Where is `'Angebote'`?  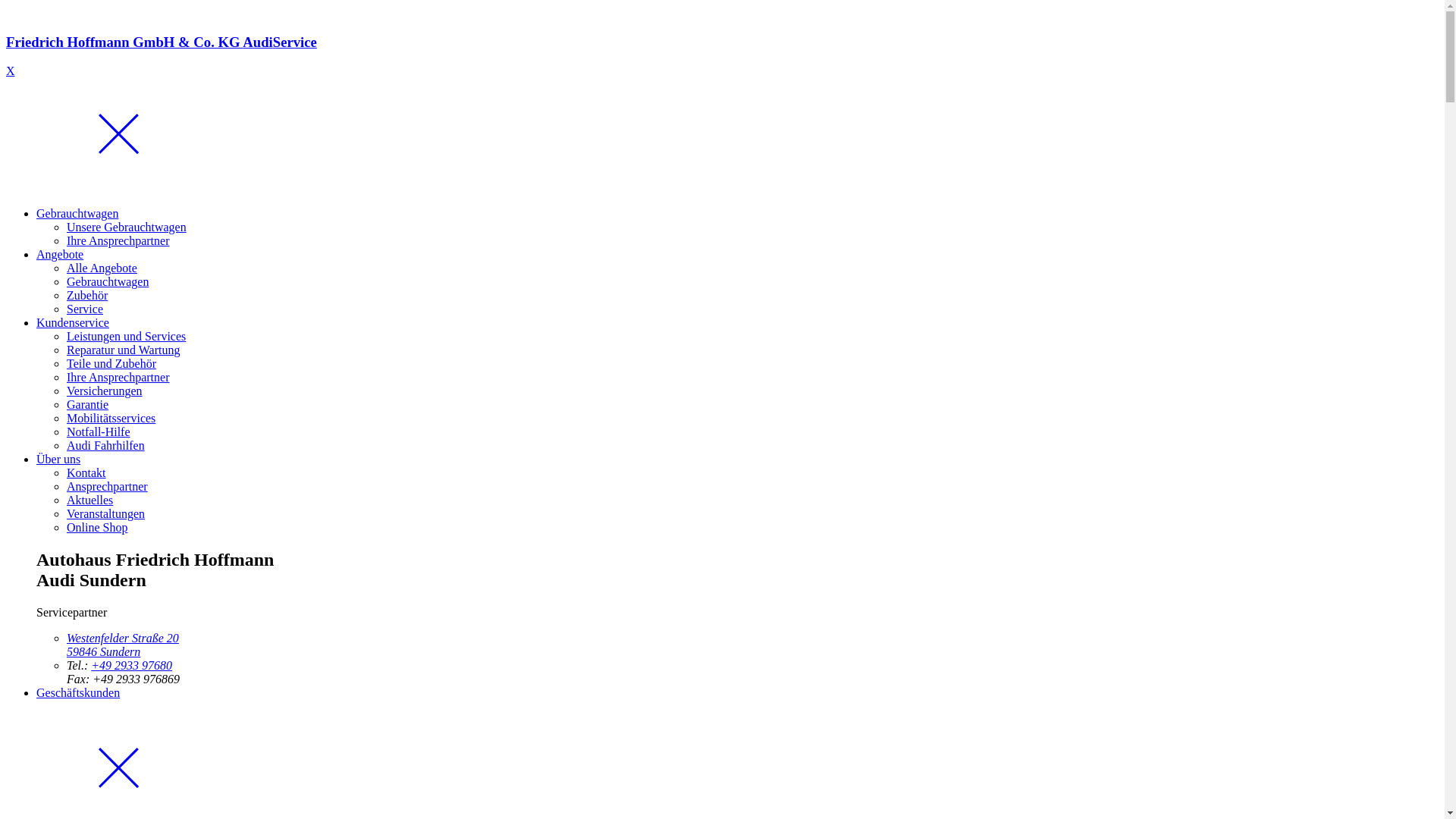
'Angebote' is located at coordinates (59, 253).